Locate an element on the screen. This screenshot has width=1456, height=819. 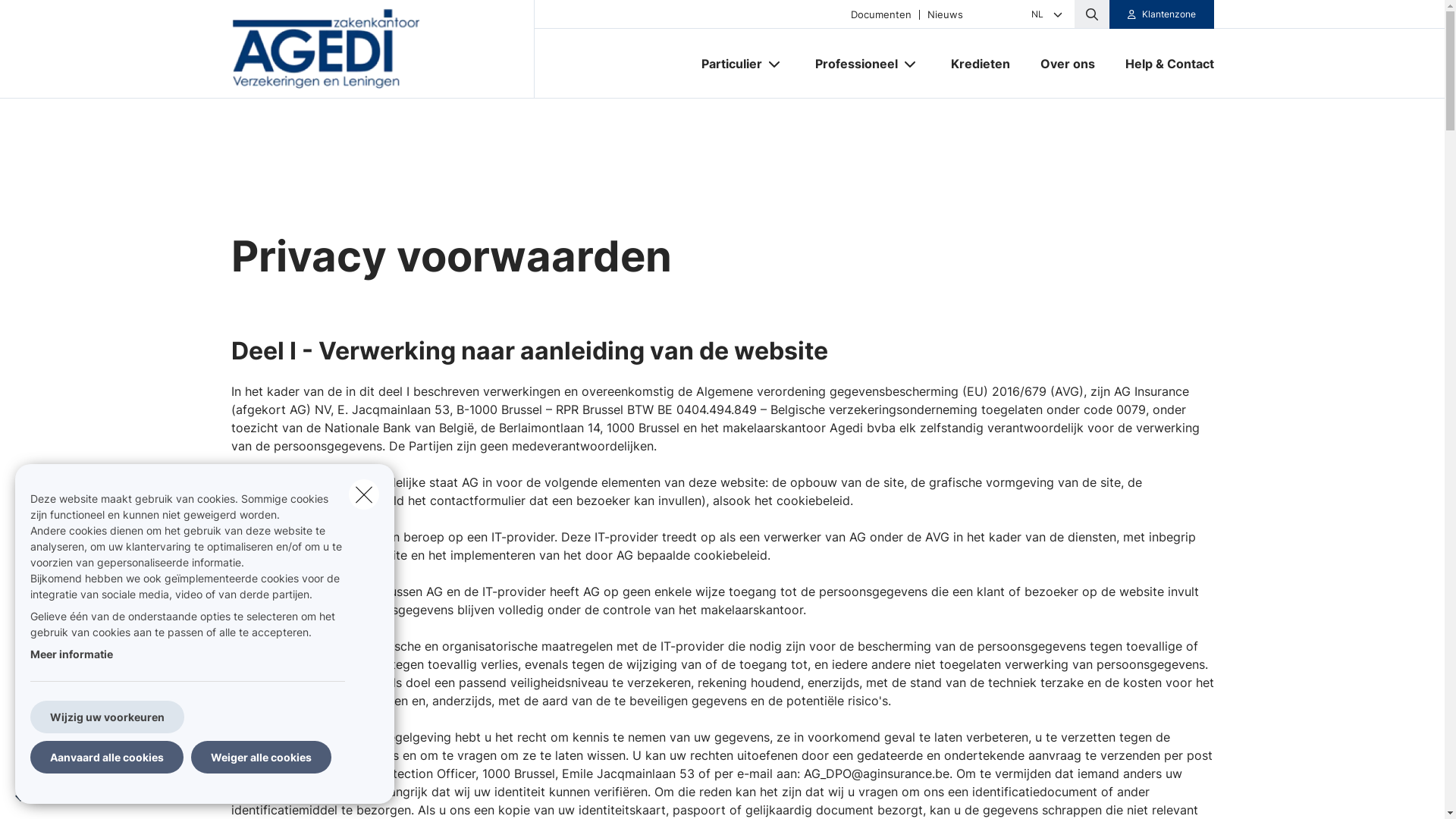
'Over ons' is located at coordinates (1066, 63).